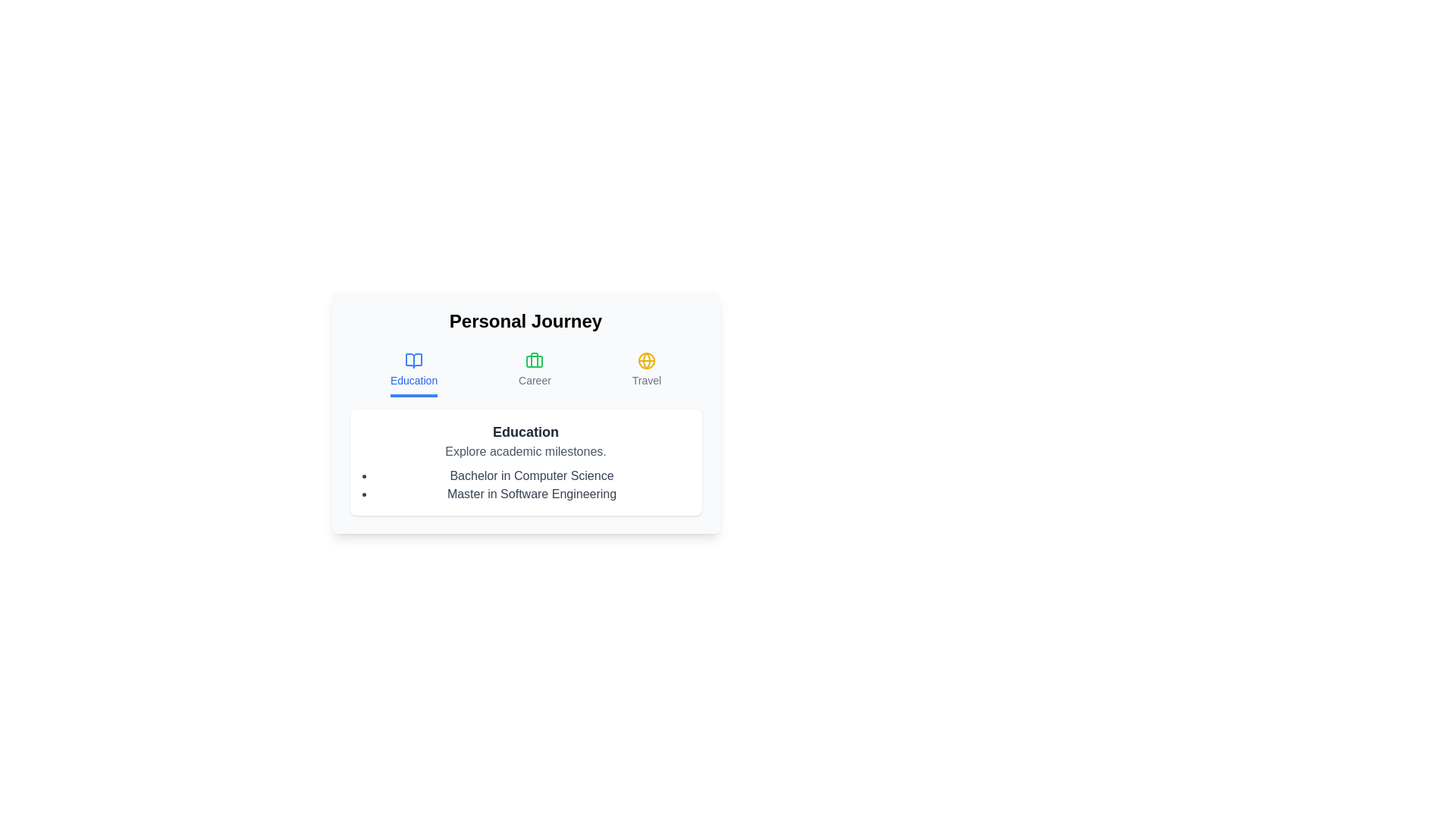 Image resolution: width=1456 pixels, height=819 pixels. I want to click on text label indicating the educational qualification, which denotes a Master's degree in Software Engineering, located below 'Bachelor in Computer Science' in the 'Education' section, so click(532, 494).